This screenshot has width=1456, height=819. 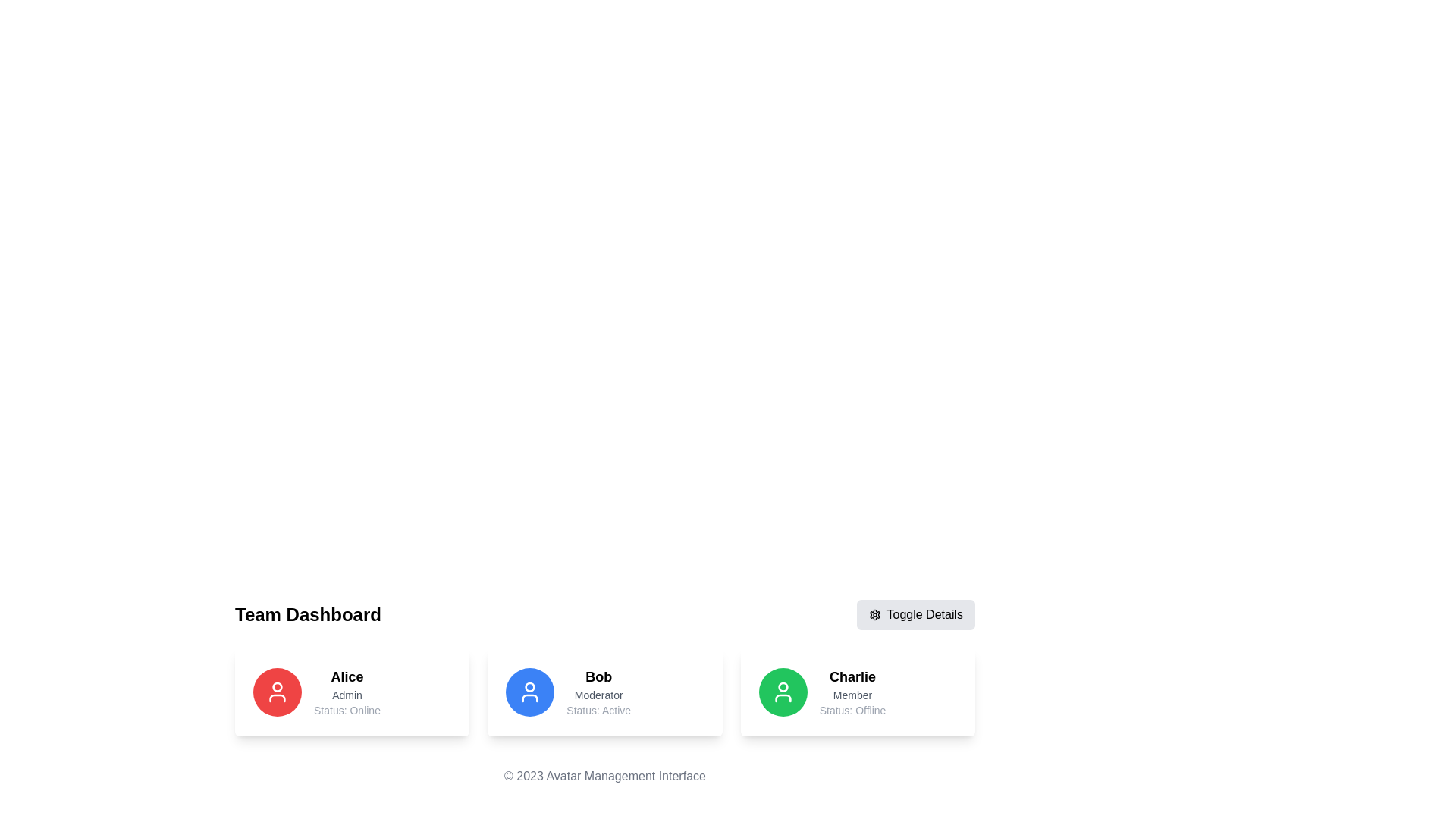 What do you see at coordinates (277, 692) in the screenshot?
I see `the user icon representing 'Alice' in the leftmost card under the 'Team Dashboard' heading` at bounding box center [277, 692].